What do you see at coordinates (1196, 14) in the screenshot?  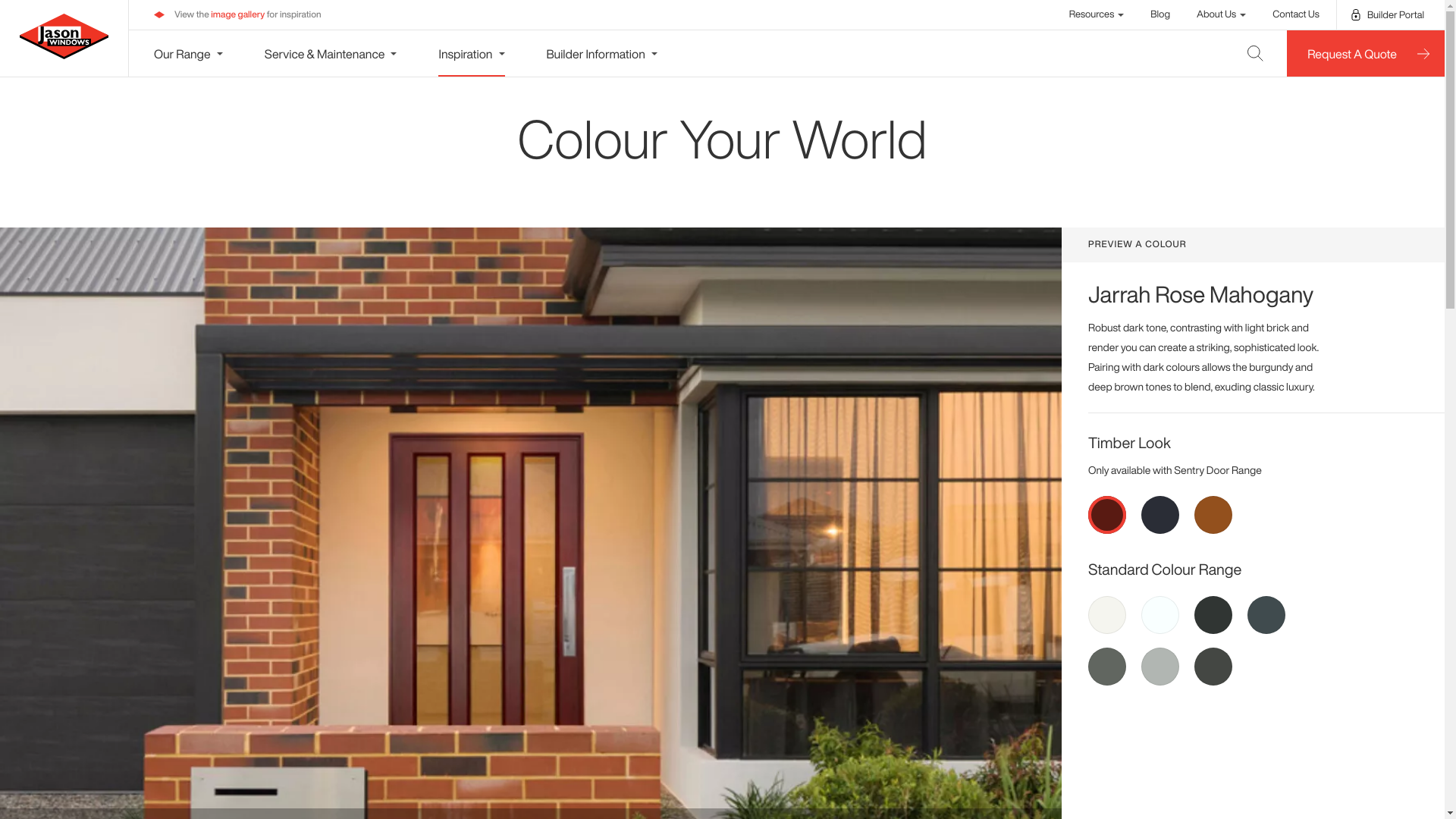 I see `'About Us'` at bounding box center [1196, 14].